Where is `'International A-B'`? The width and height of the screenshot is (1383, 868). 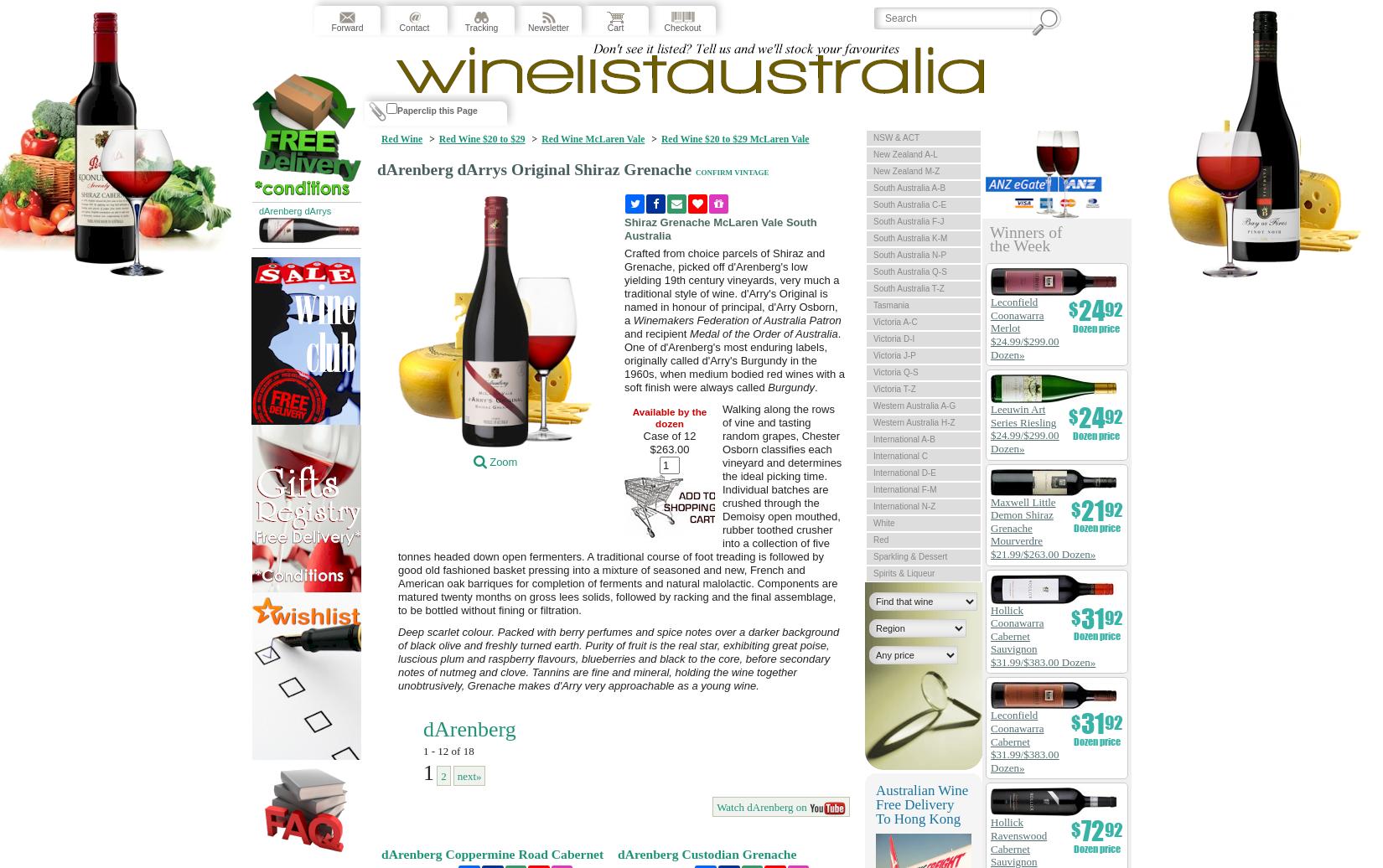 'International A-B' is located at coordinates (873, 439).